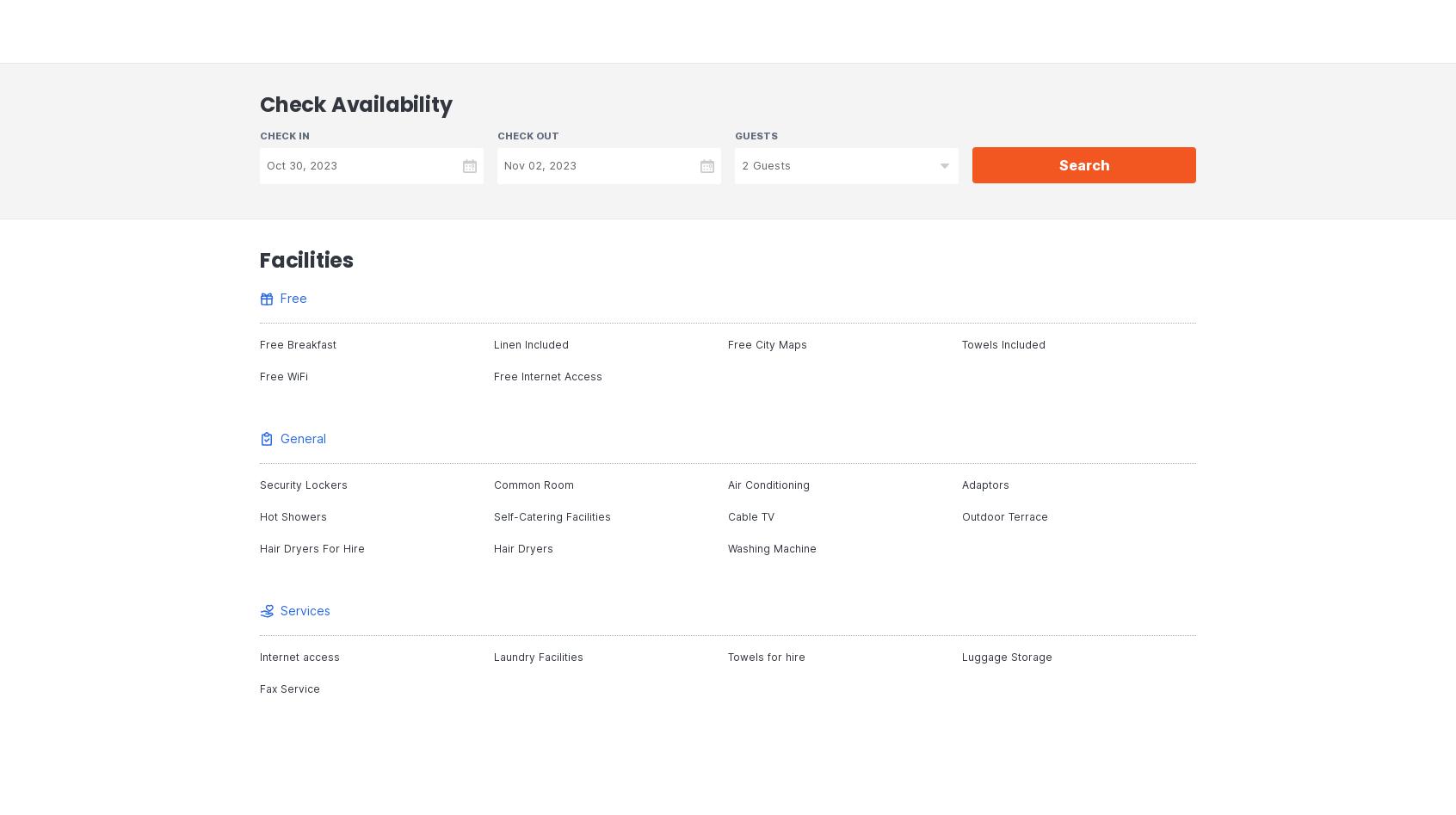 Image resolution: width=1456 pixels, height=815 pixels. What do you see at coordinates (507, 43) in the screenshot?
I see `'This property also has one of the best-rated locations in Busan!'` at bounding box center [507, 43].